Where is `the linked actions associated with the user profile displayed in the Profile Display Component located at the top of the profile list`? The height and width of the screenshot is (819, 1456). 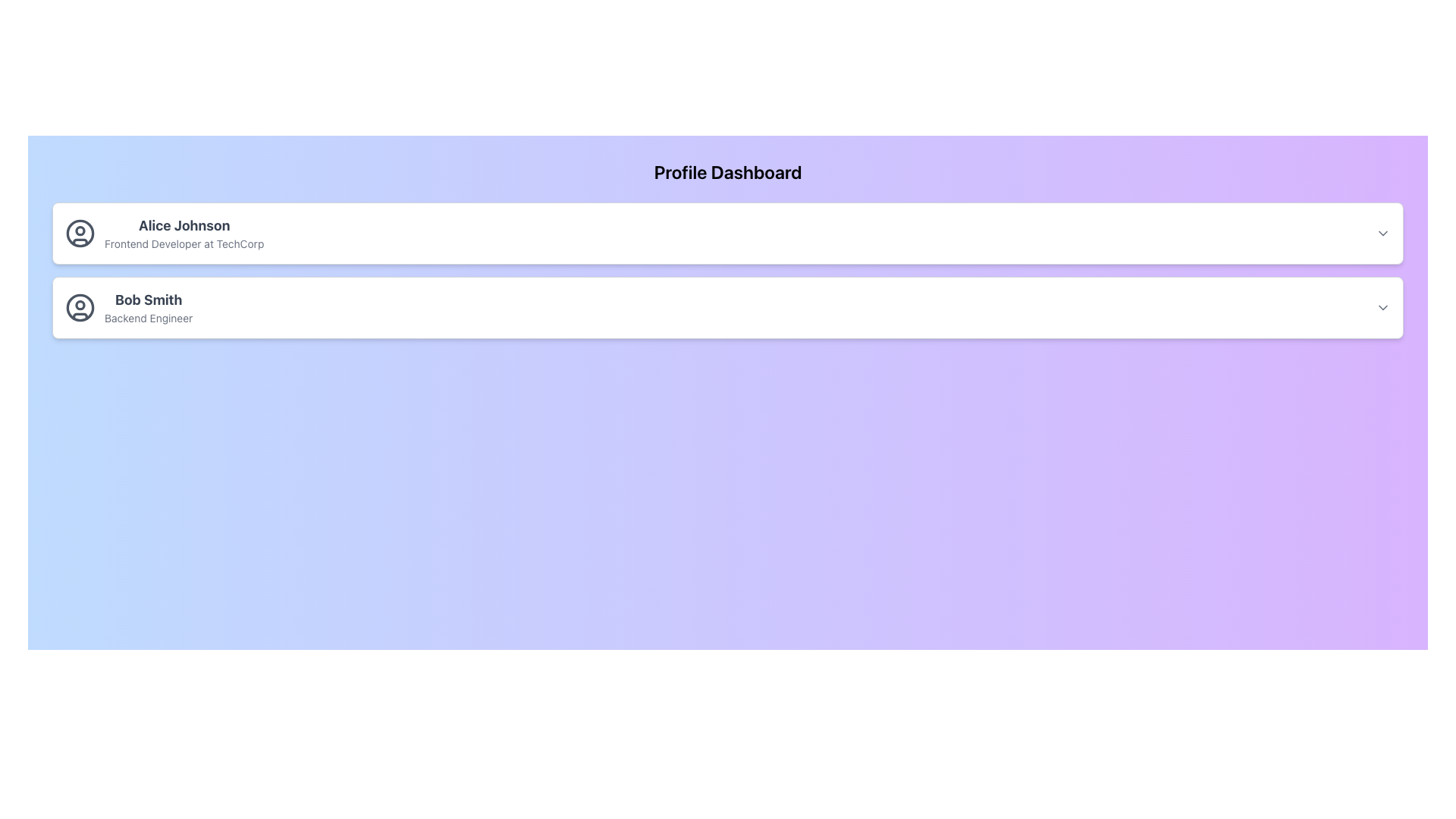
the linked actions associated with the user profile displayed in the Profile Display Component located at the top of the profile list is located at coordinates (165, 234).